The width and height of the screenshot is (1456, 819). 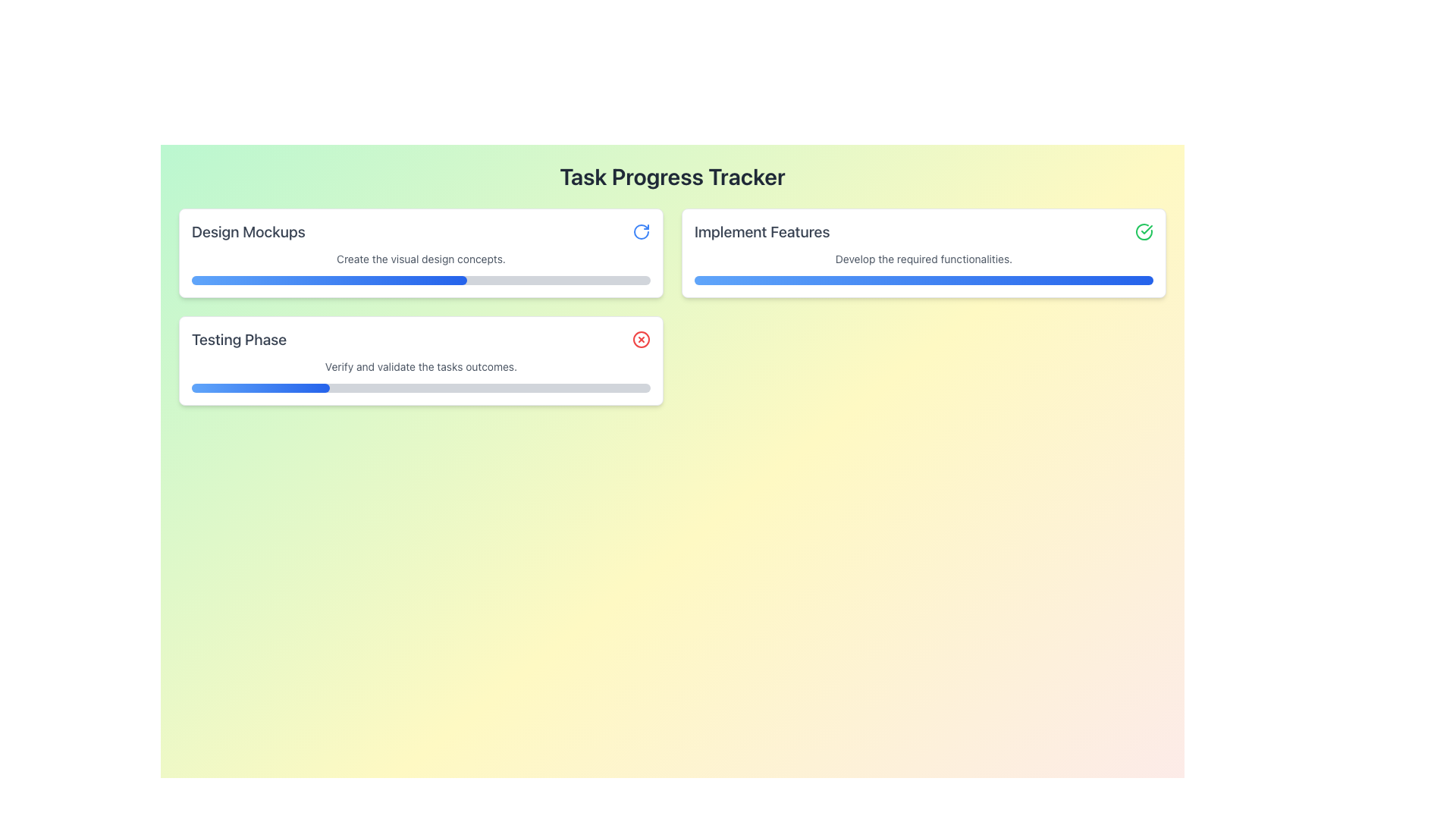 What do you see at coordinates (328, 281) in the screenshot?
I see `the Progress bar located beneath the 'Design Mockups' section, which is a horizontally elongated bar filled with a gradient from blue to lighter shades of blue within a gray bar` at bounding box center [328, 281].